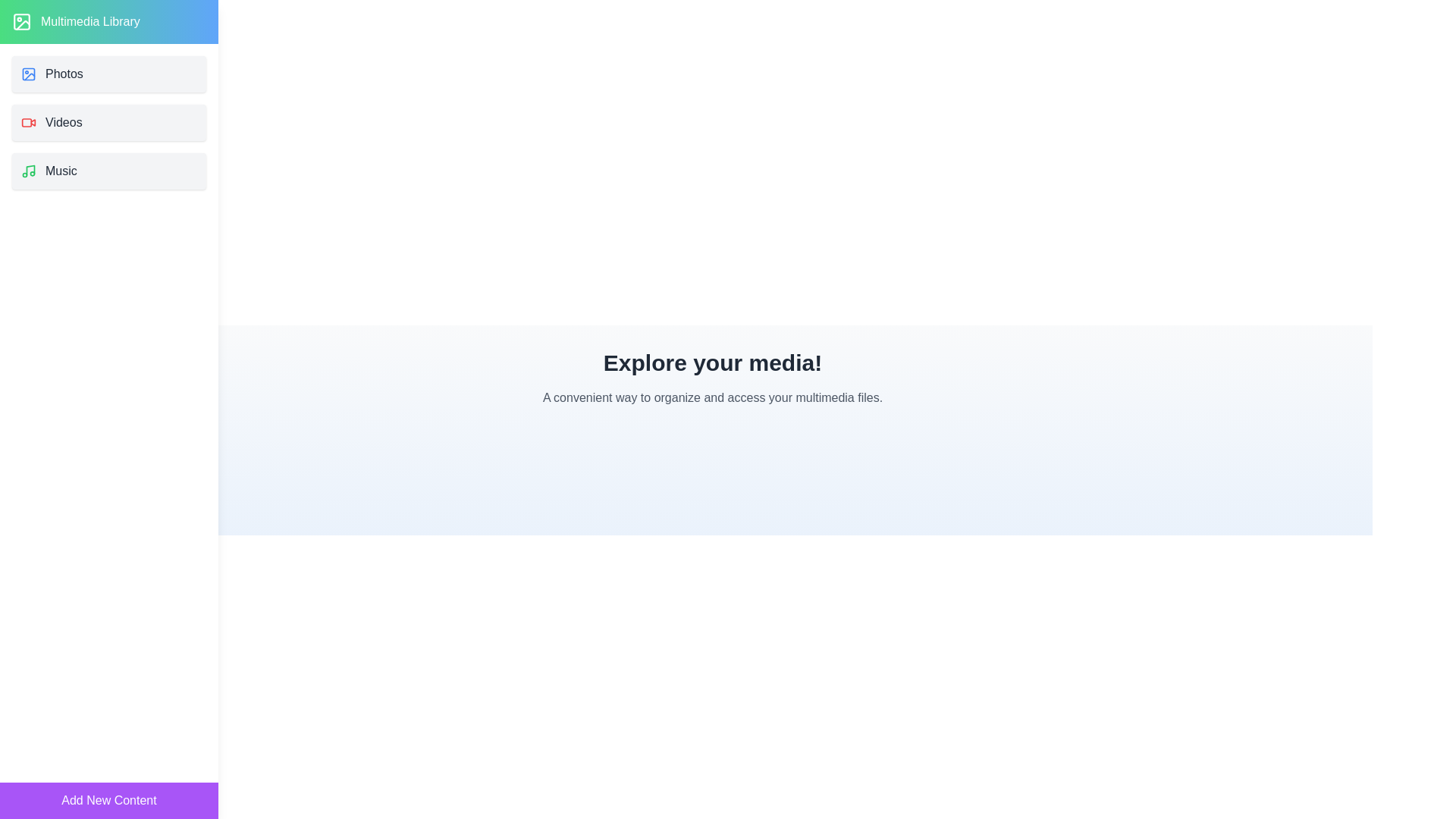  Describe the element at coordinates (108, 171) in the screenshot. I see `the category 'Music' to select it` at that location.